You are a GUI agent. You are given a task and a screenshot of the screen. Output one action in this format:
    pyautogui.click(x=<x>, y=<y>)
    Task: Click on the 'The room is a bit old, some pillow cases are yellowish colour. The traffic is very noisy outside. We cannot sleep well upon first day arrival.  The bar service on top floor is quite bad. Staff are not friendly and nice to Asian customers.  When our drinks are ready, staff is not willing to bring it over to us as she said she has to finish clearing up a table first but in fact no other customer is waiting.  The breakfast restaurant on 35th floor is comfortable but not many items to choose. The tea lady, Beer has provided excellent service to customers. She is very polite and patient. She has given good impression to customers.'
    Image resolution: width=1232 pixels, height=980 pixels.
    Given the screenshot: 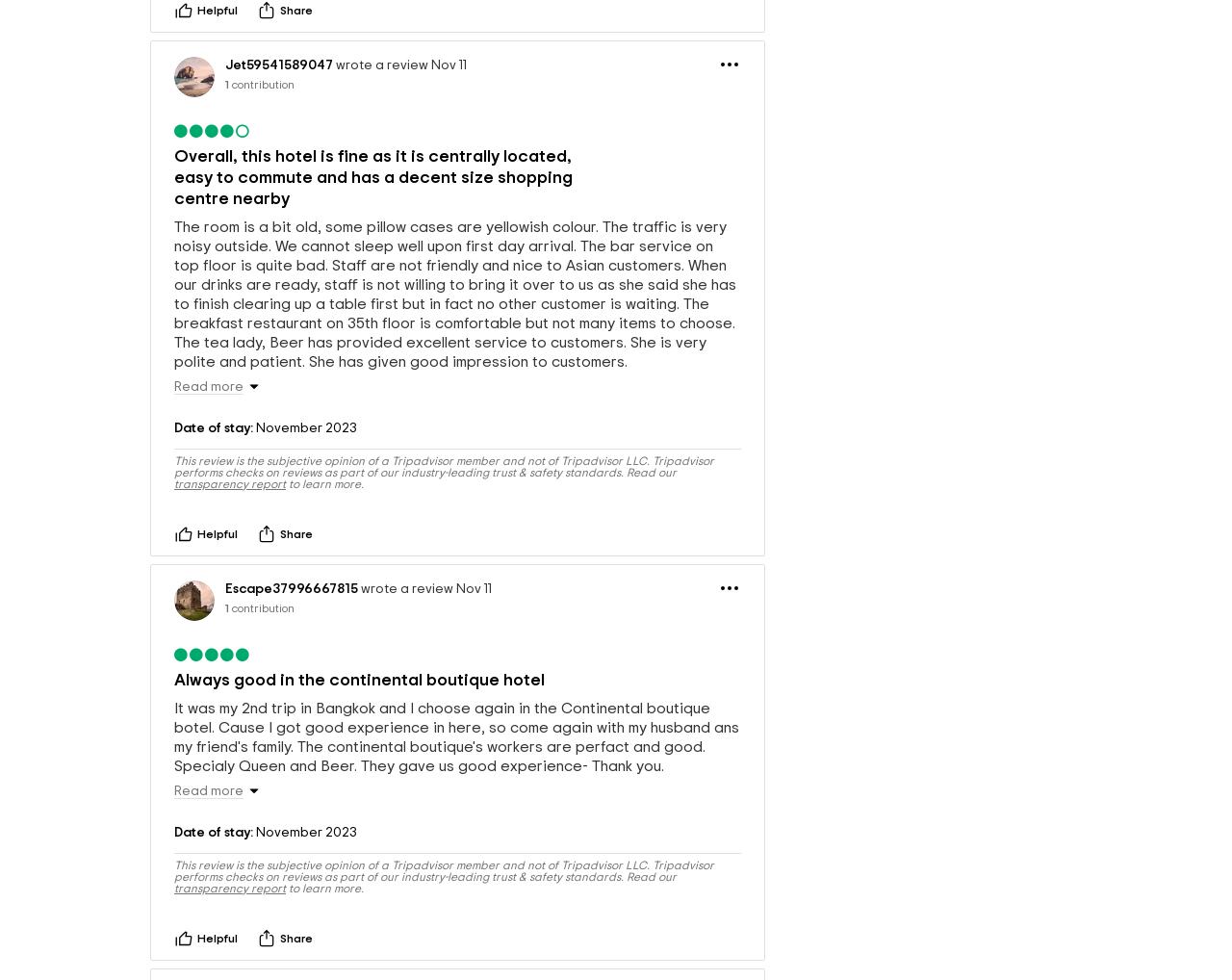 What is the action you would take?
    pyautogui.click(x=173, y=346)
    